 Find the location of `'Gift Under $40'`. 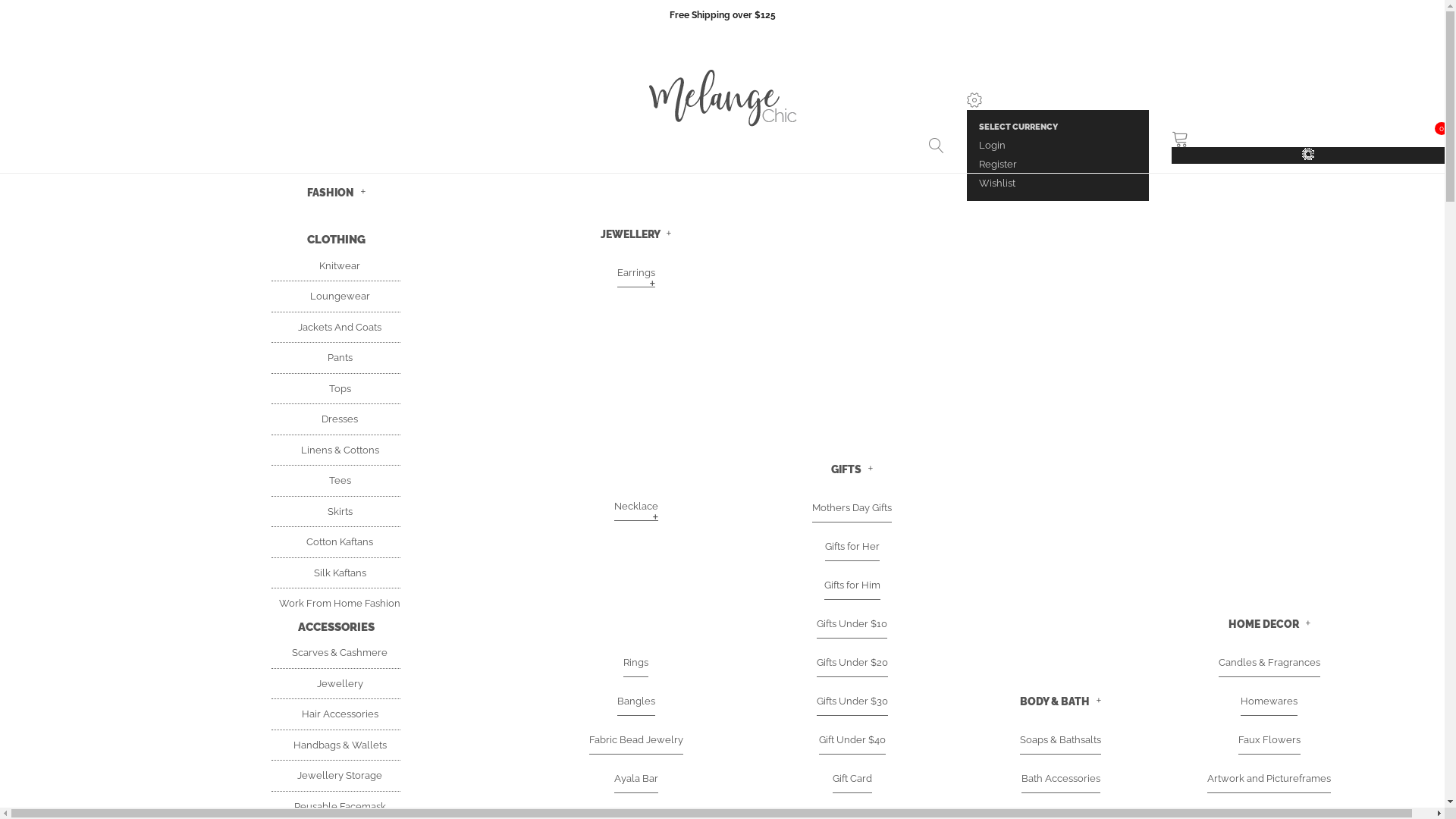

'Gift Under $40' is located at coordinates (852, 739).